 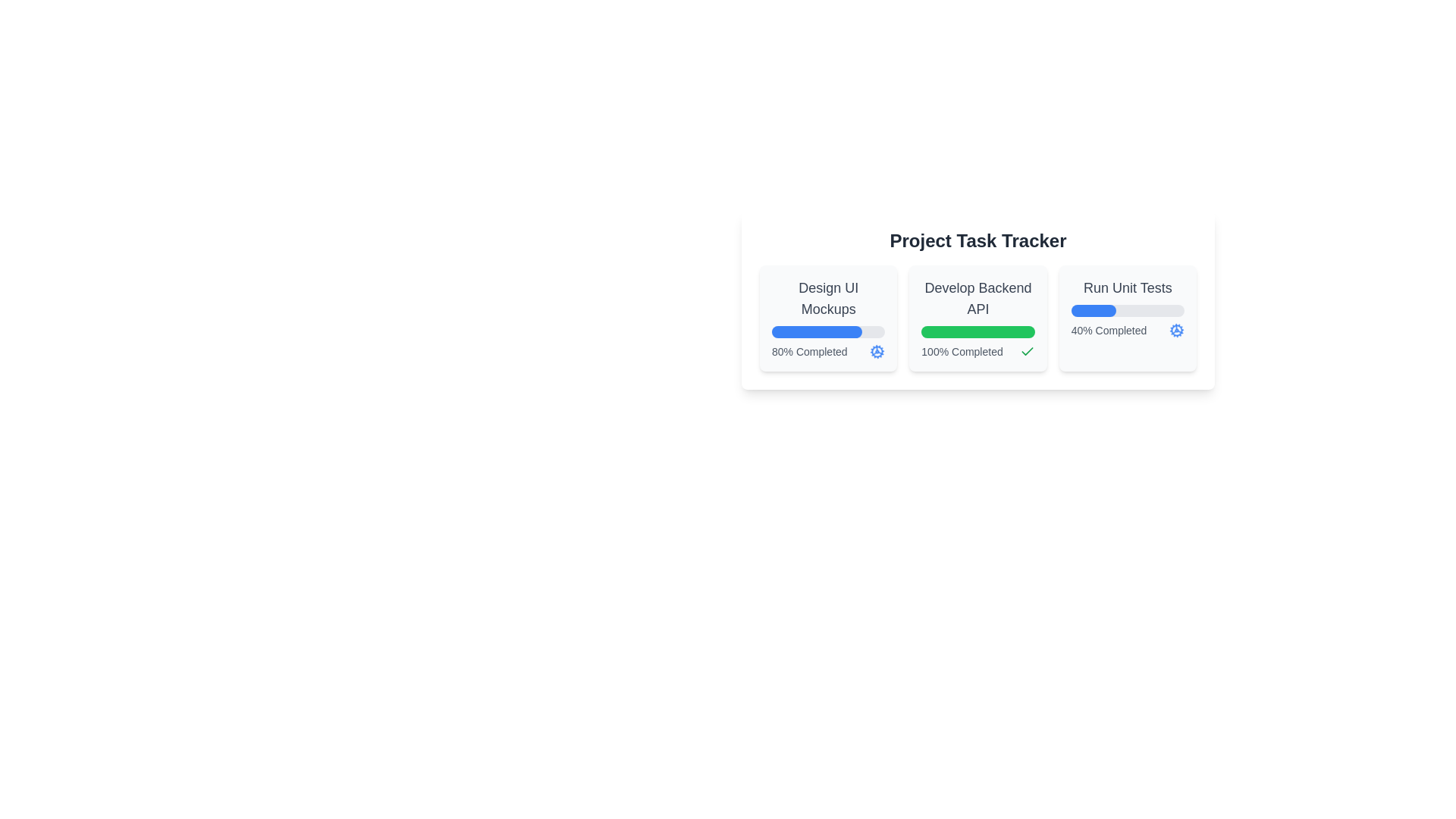 What do you see at coordinates (1027, 351) in the screenshot?
I see `green checkmark icon located inside the 'Develop Backend API' progress tracker item, which indicates '100% Completed'` at bounding box center [1027, 351].